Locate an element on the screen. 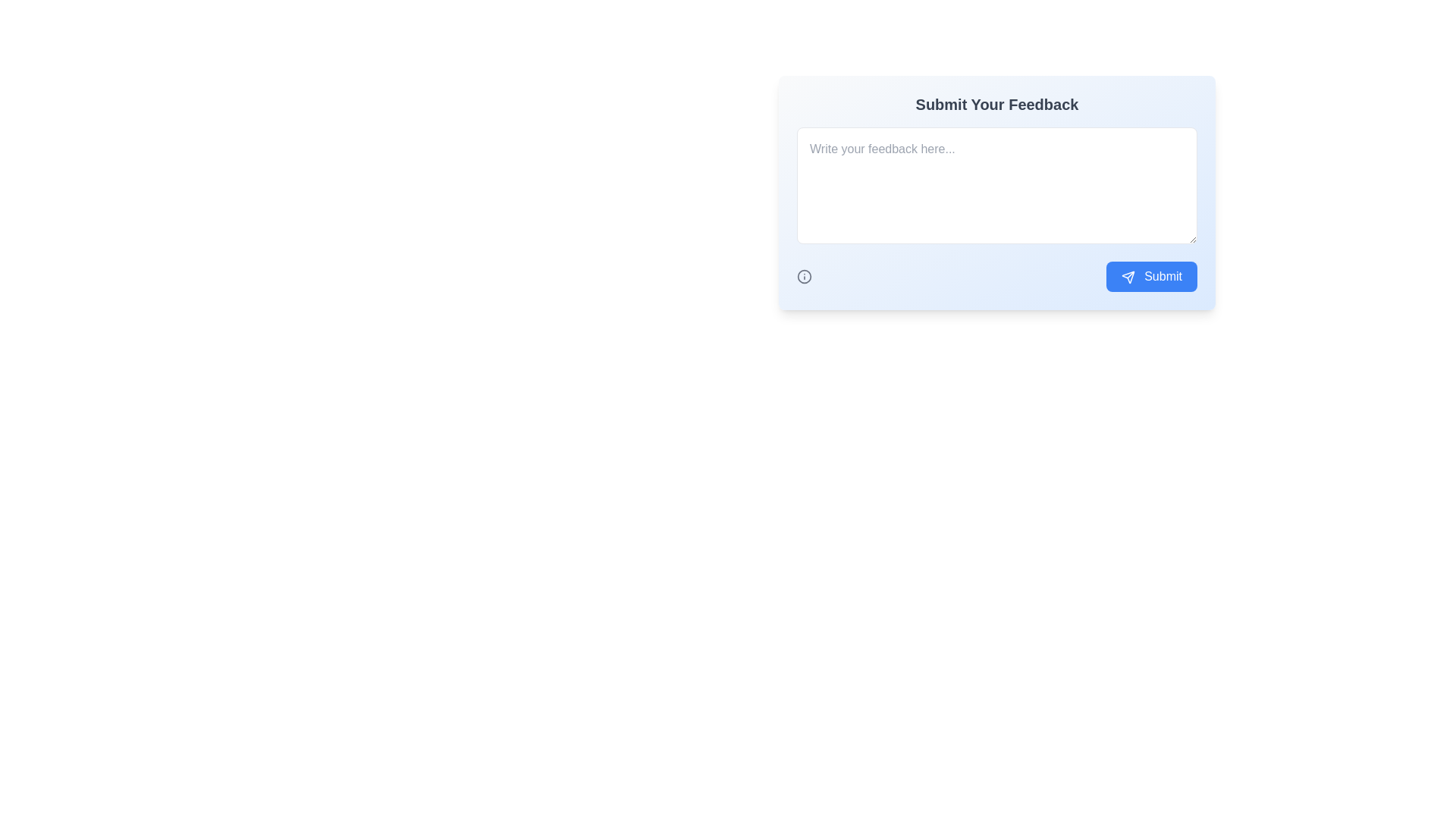 The image size is (1456, 819). the 'Submit' button with a bright blue background and white text is located at coordinates (1151, 277).